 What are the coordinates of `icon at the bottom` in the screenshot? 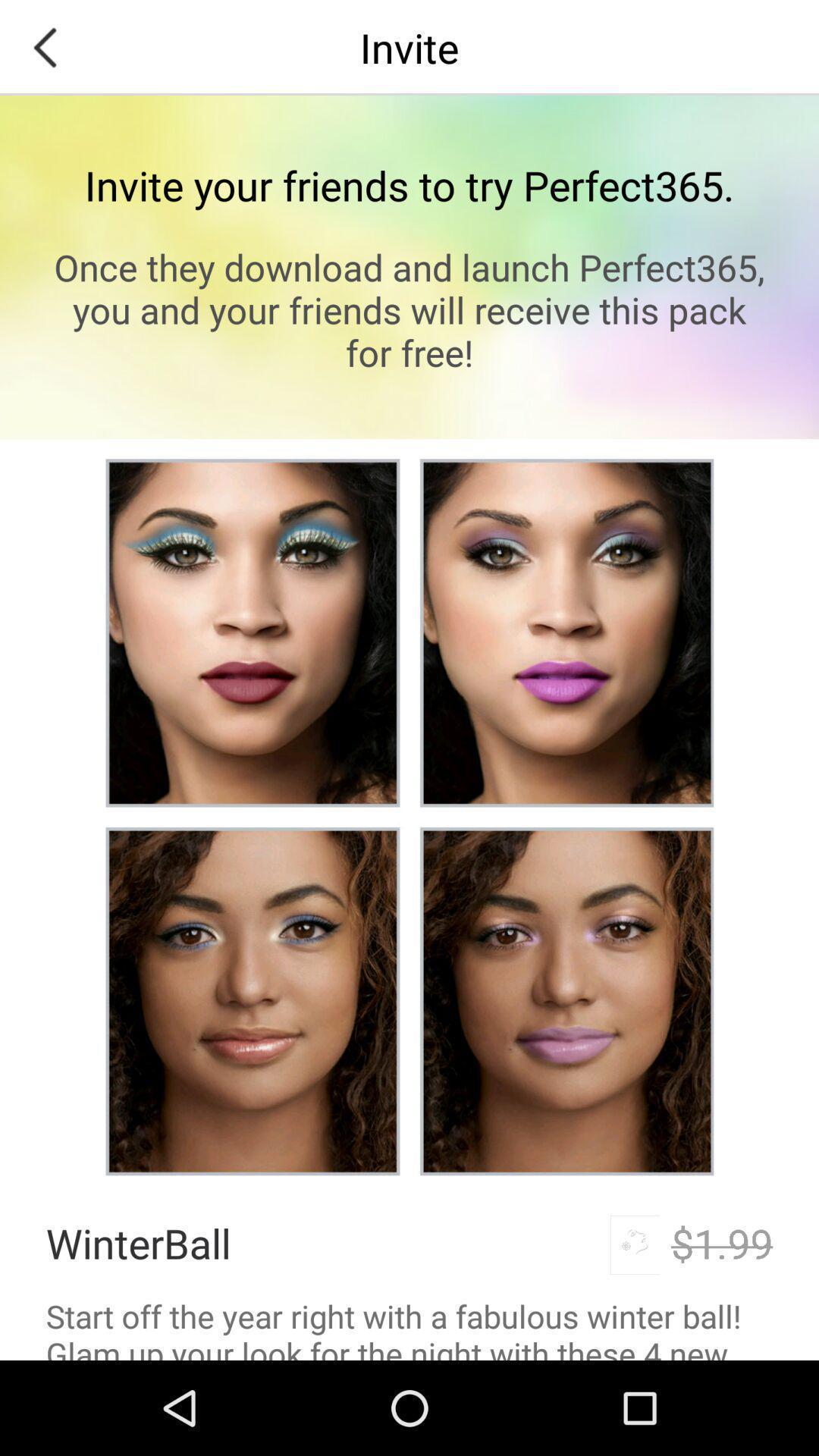 It's located at (409, 1326).